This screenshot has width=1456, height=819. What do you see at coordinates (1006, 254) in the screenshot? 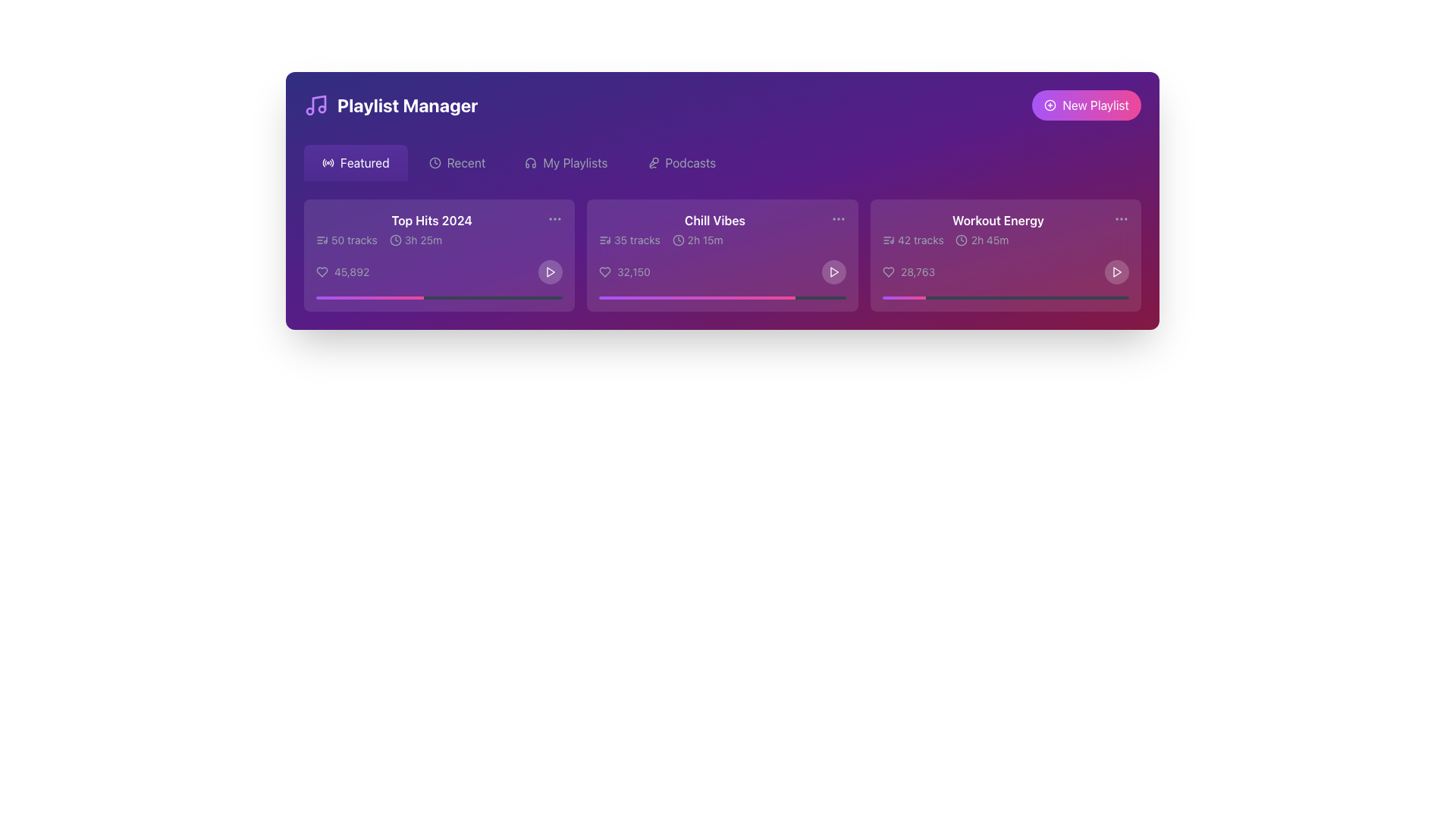
I see `the 'Workout Energy' playlist card, which is the third card in a grid layout on the rightmost side, adjacent to the 'Chill Vibes' and 'Top Hits 2024' cards` at bounding box center [1006, 254].